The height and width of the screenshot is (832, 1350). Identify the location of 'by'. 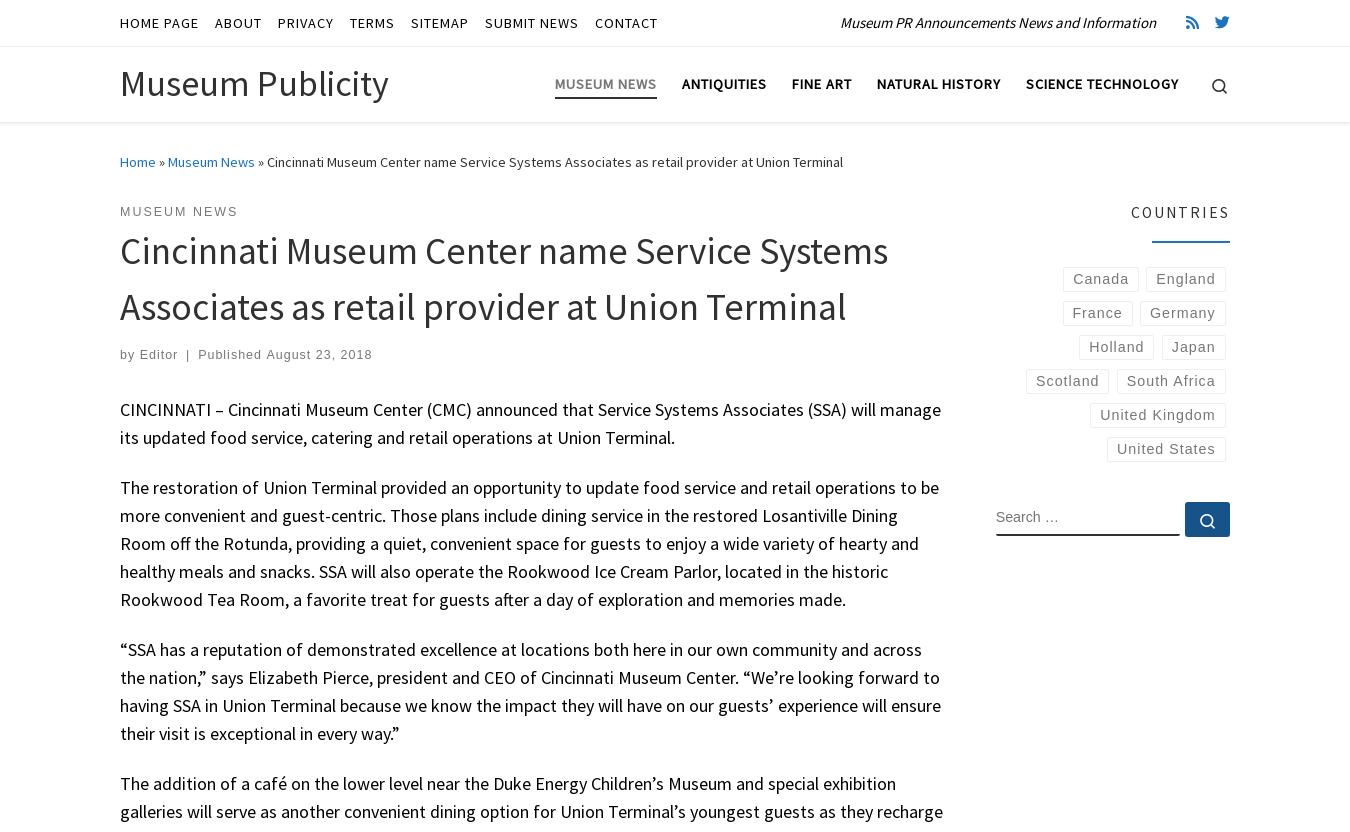
(120, 355).